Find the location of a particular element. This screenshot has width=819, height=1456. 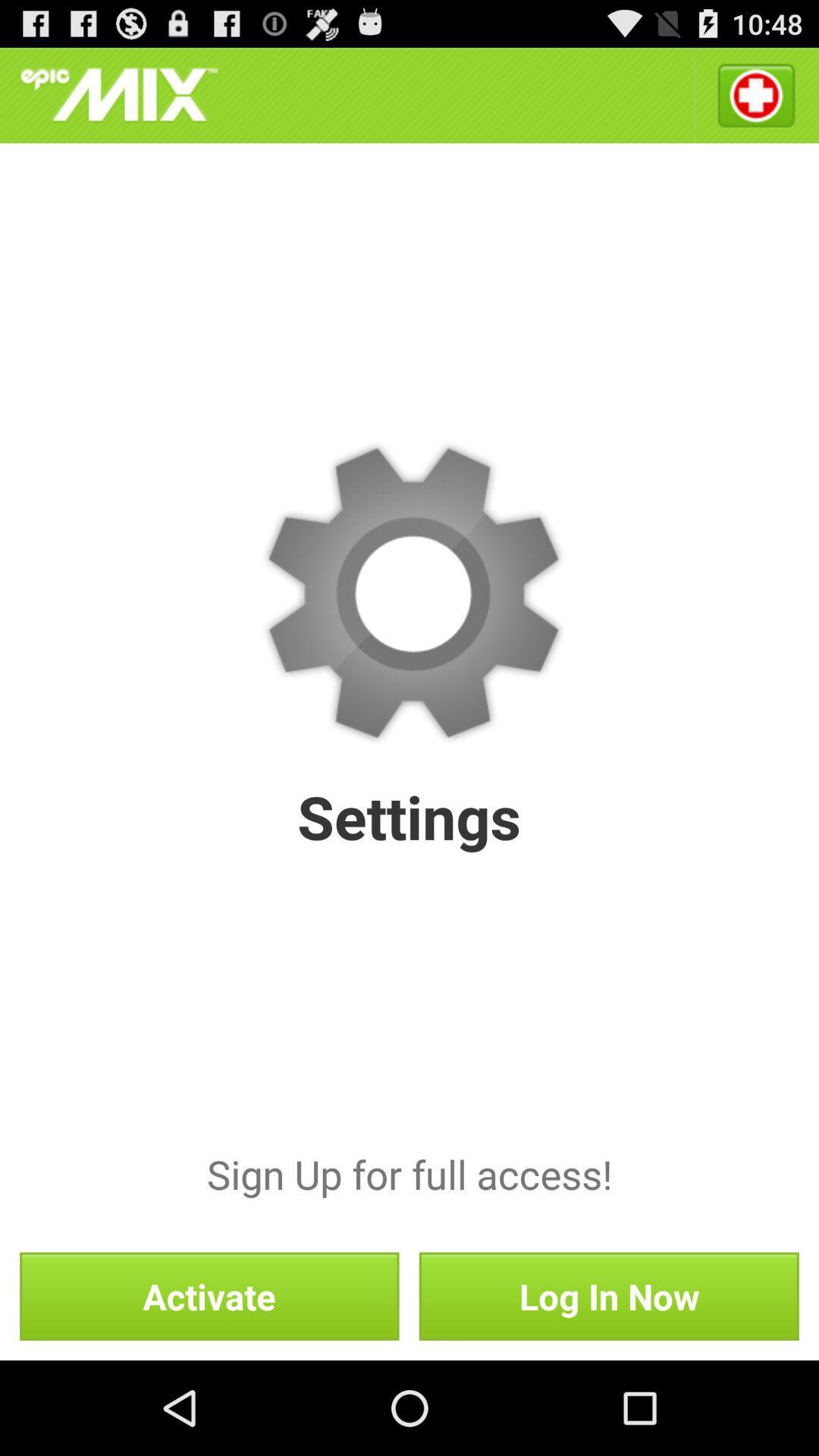

the activate item is located at coordinates (209, 1295).